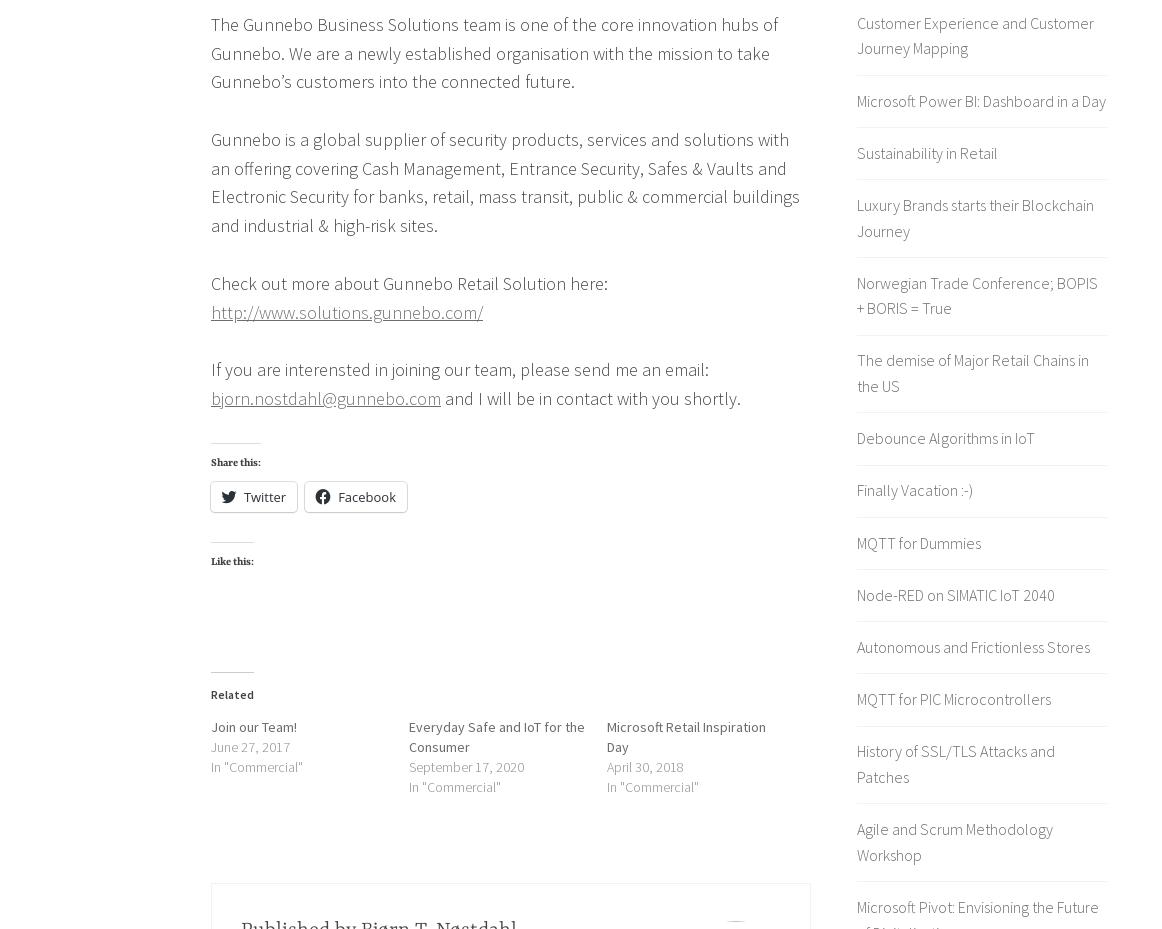 This screenshot has width=1162, height=929. What do you see at coordinates (210, 282) in the screenshot?
I see `'Check out more about Gunnebo Retail Solution here:'` at bounding box center [210, 282].